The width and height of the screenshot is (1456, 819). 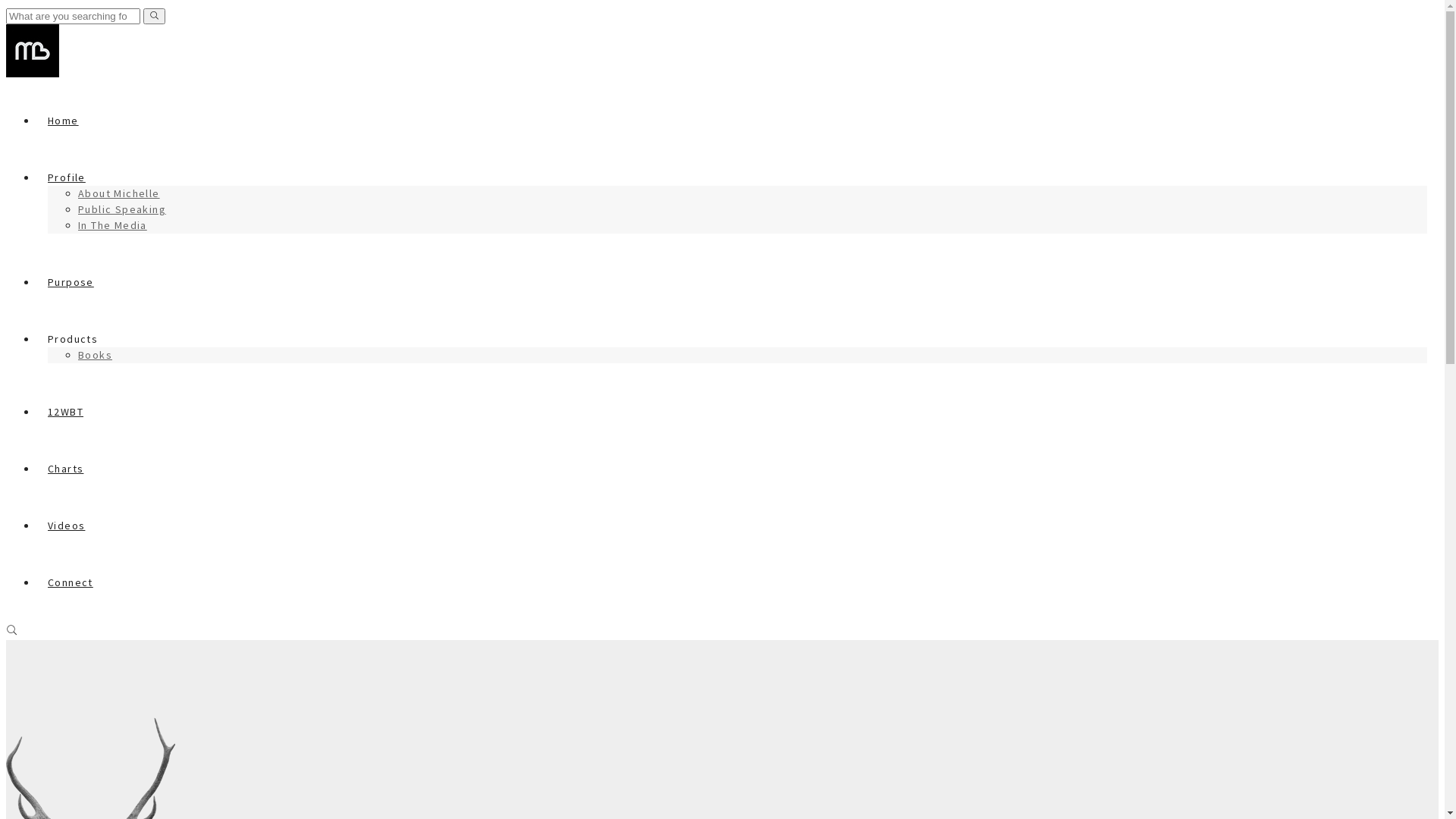 I want to click on 'Profile', so click(x=65, y=177).